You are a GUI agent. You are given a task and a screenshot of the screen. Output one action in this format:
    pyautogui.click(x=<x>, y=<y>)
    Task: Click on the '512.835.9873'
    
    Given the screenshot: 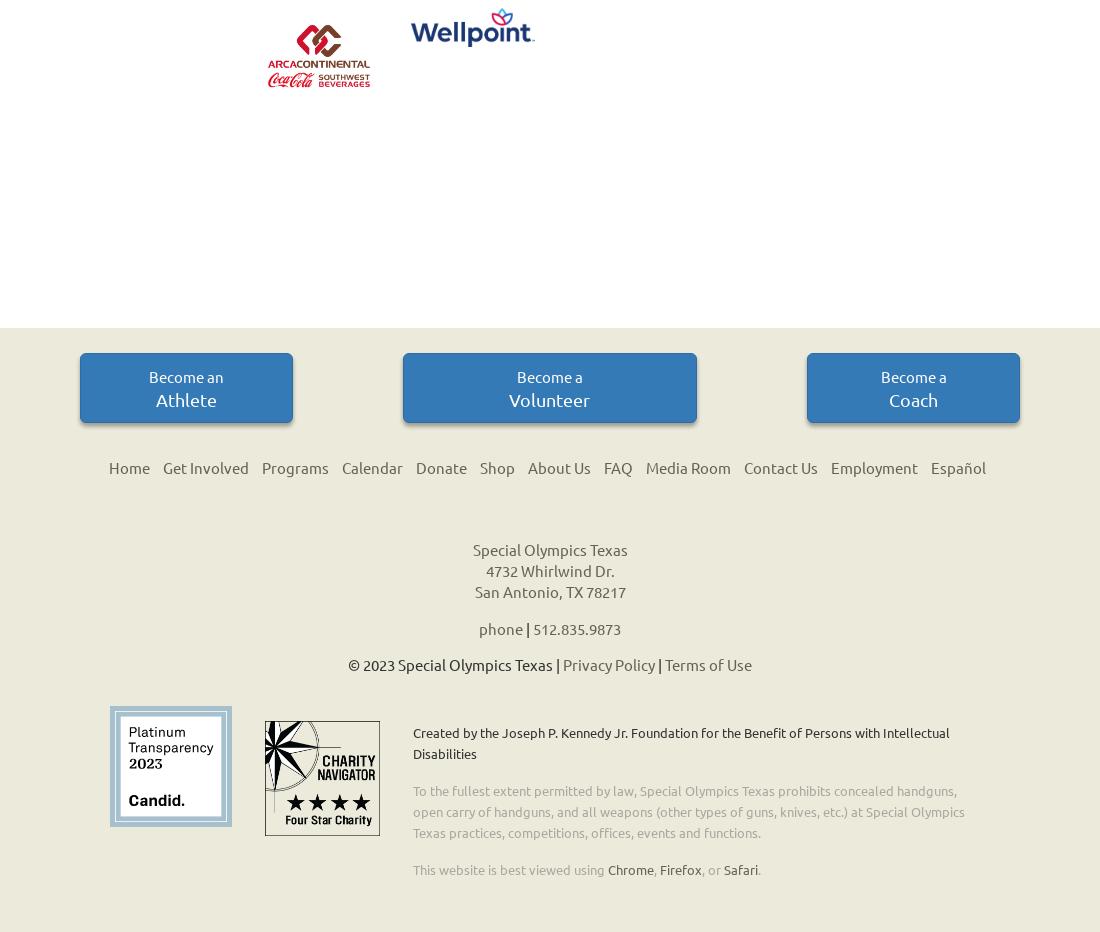 What is the action you would take?
    pyautogui.click(x=532, y=626)
    